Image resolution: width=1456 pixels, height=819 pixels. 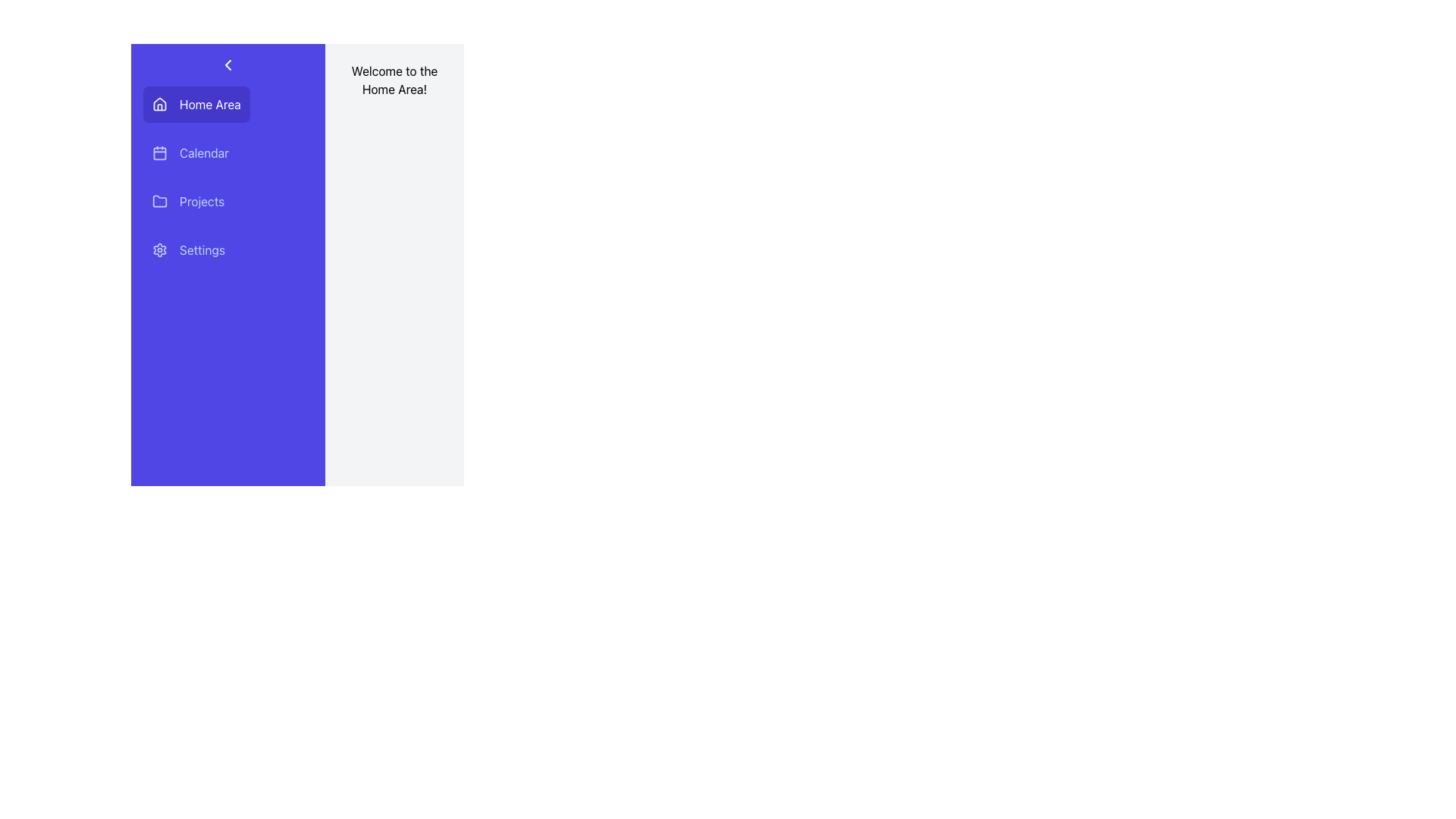 I want to click on the 'Calendar' icon located in the sidebar menu, so click(x=160, y=152).